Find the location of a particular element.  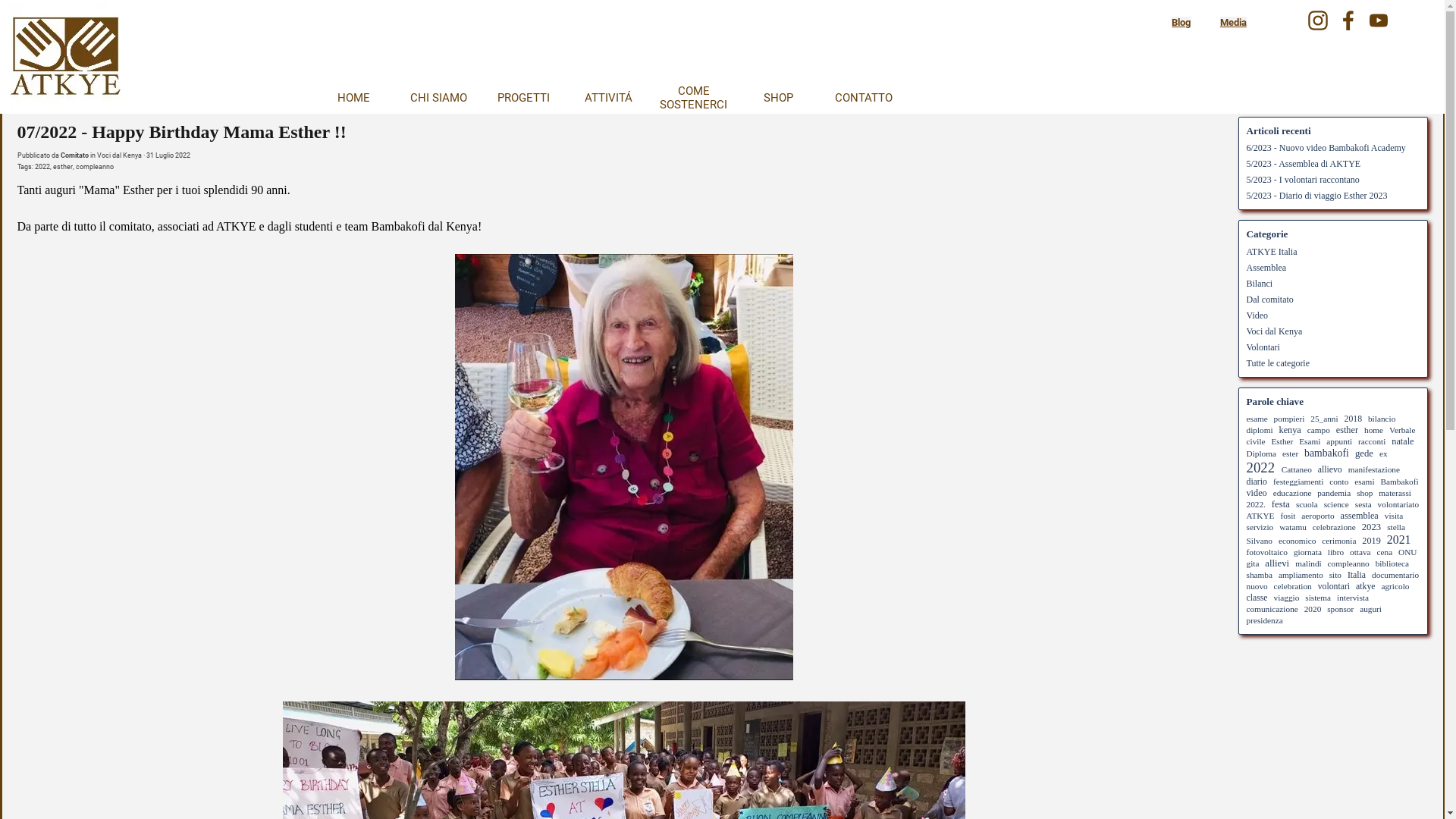

'Esami' is located at coordinates (1309, 441).